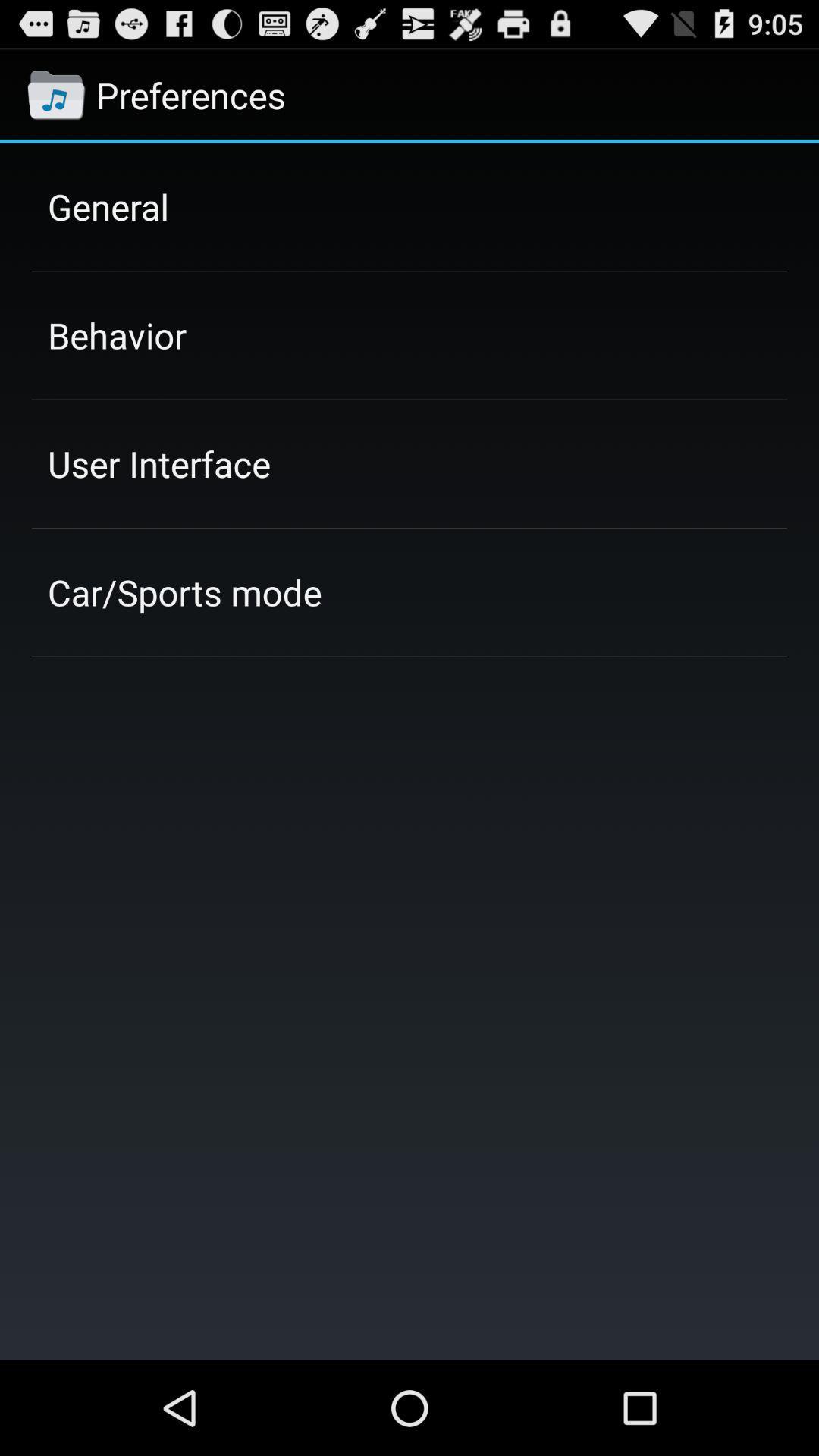 The image size is (819, 1456). I want to click on the icon below the general icon, so click(116, 334).